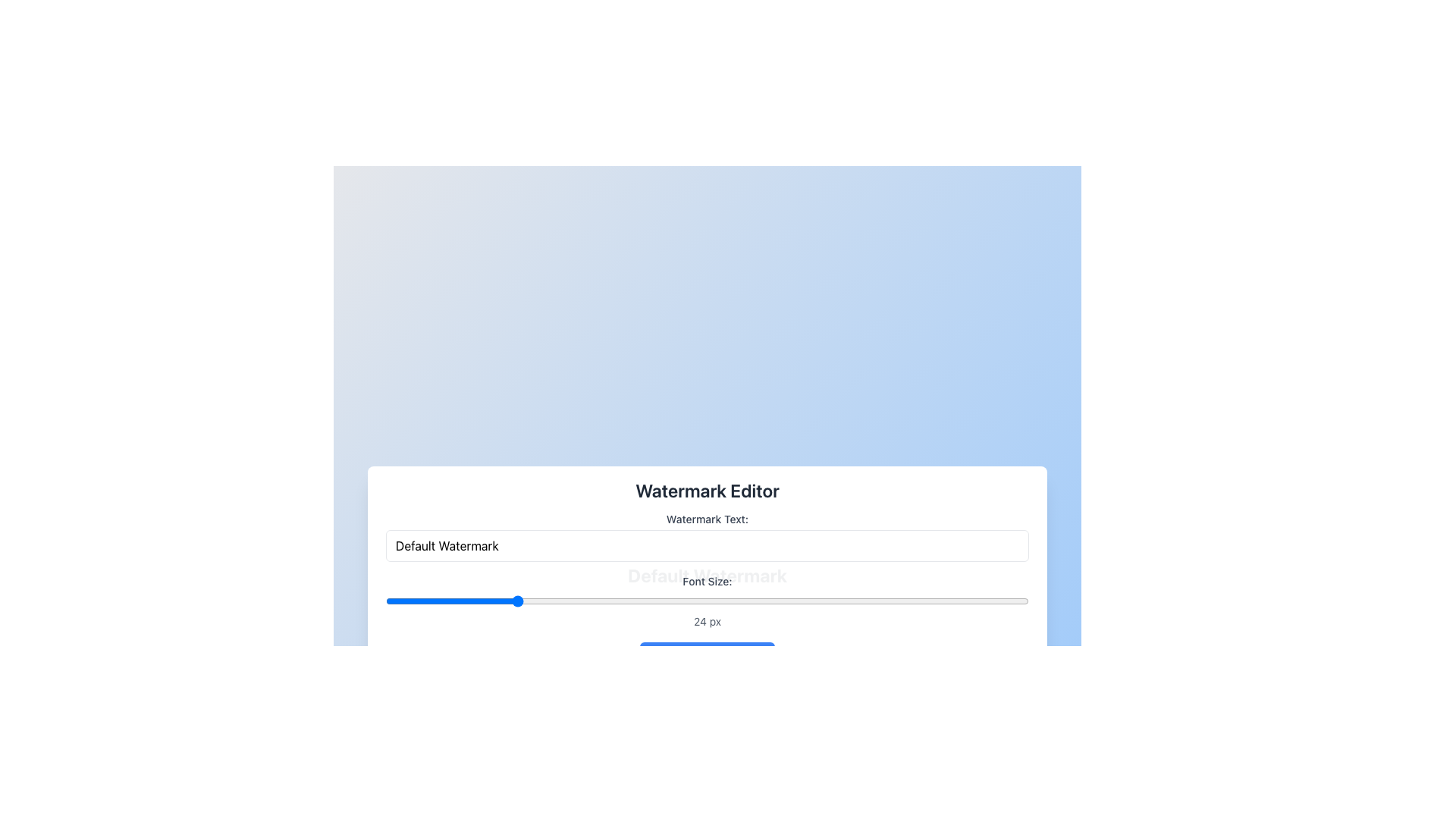  Describe the element at coordinates (496, 601) in the screenshot. I see `the font size` at that location.